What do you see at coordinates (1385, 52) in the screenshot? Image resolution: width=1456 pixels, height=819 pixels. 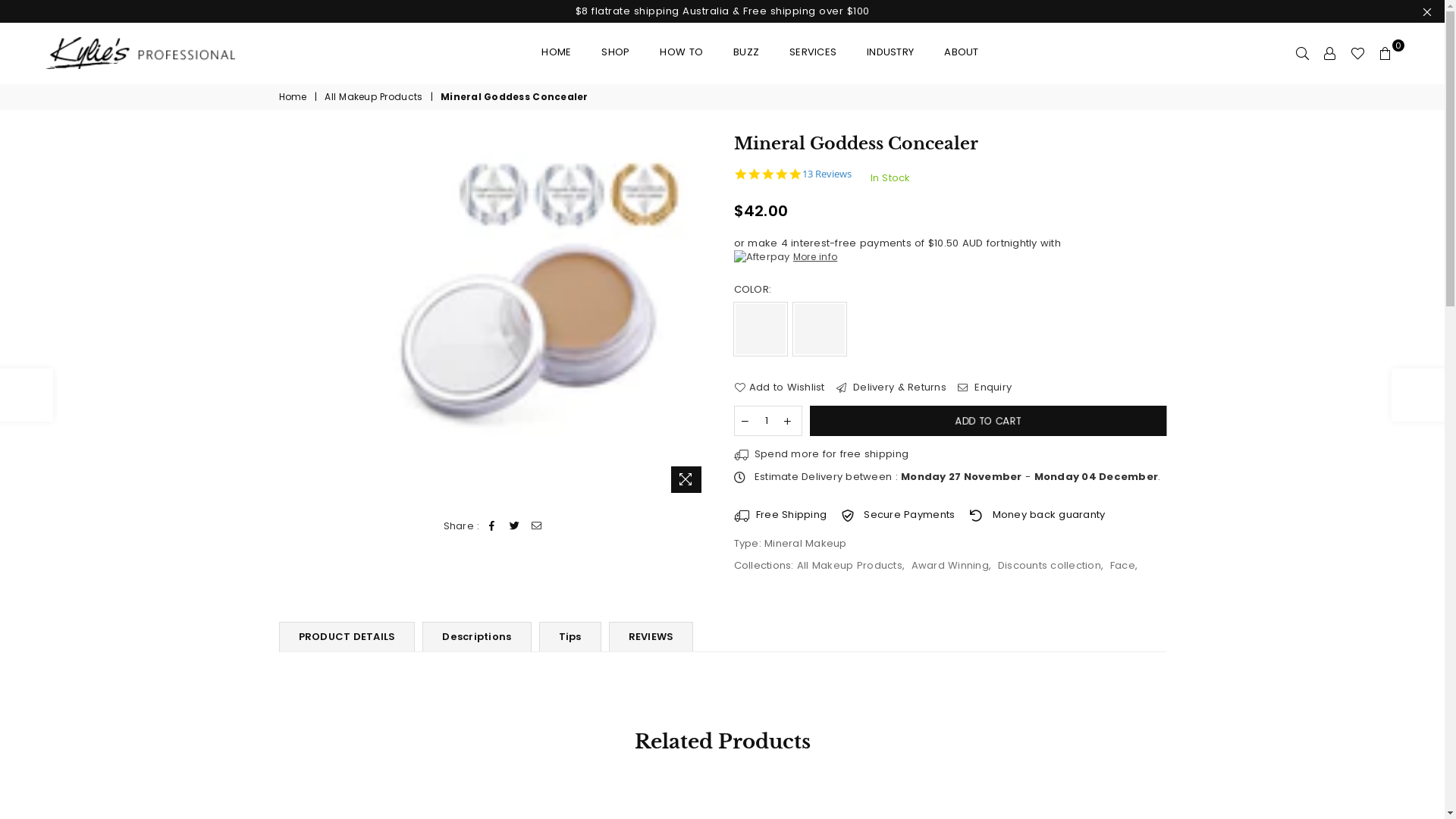 I see `'0'` at bounding box center [1385, 52].